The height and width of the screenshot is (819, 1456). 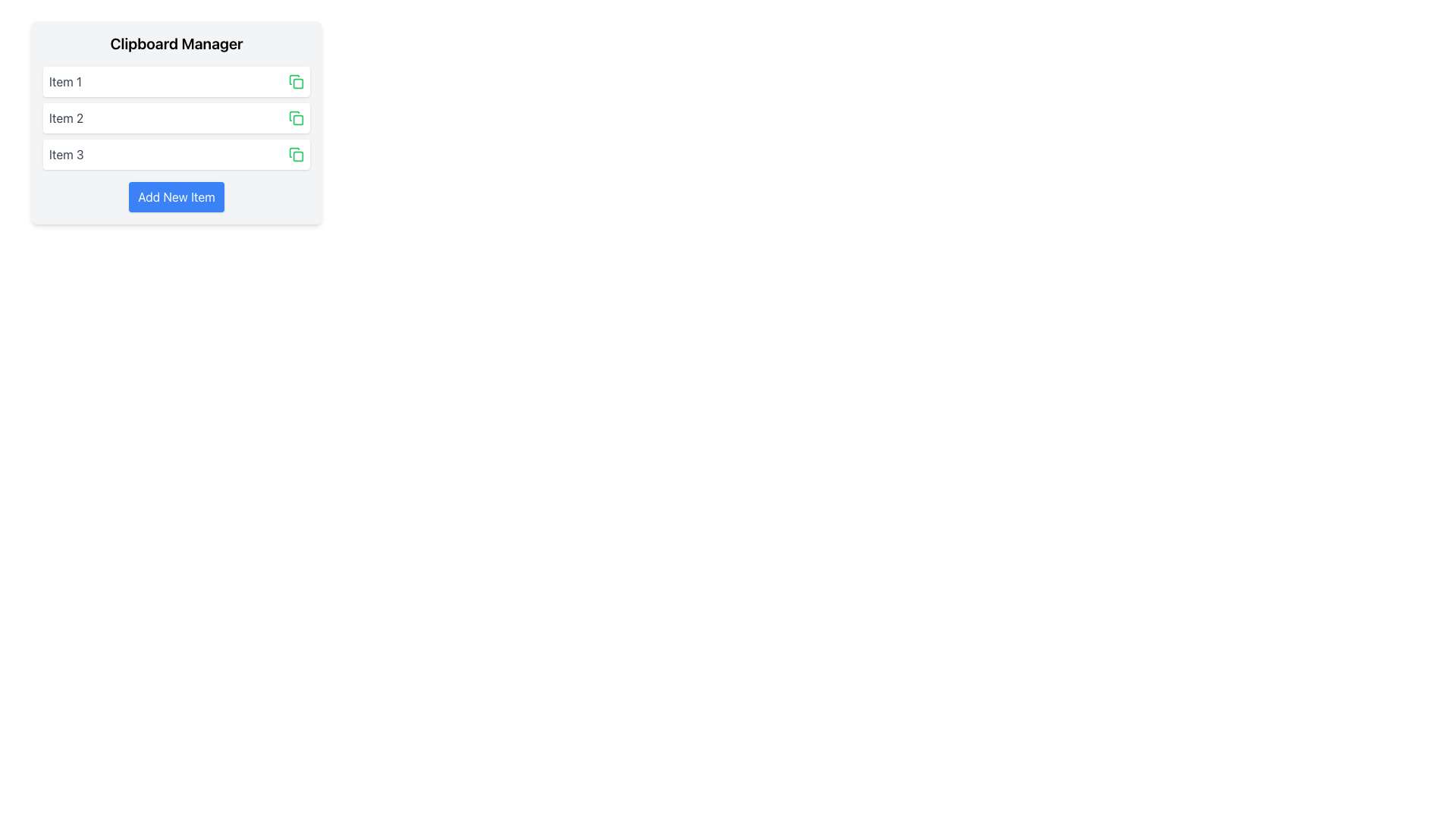 What do you see at coordinates (298, 119) in the screenshot?
I see `the rectangular icon element with rounded corners representing a clipboard, located within 'Item 2' of the 'Clipboard Manager'` at bounding box center [298, 119].